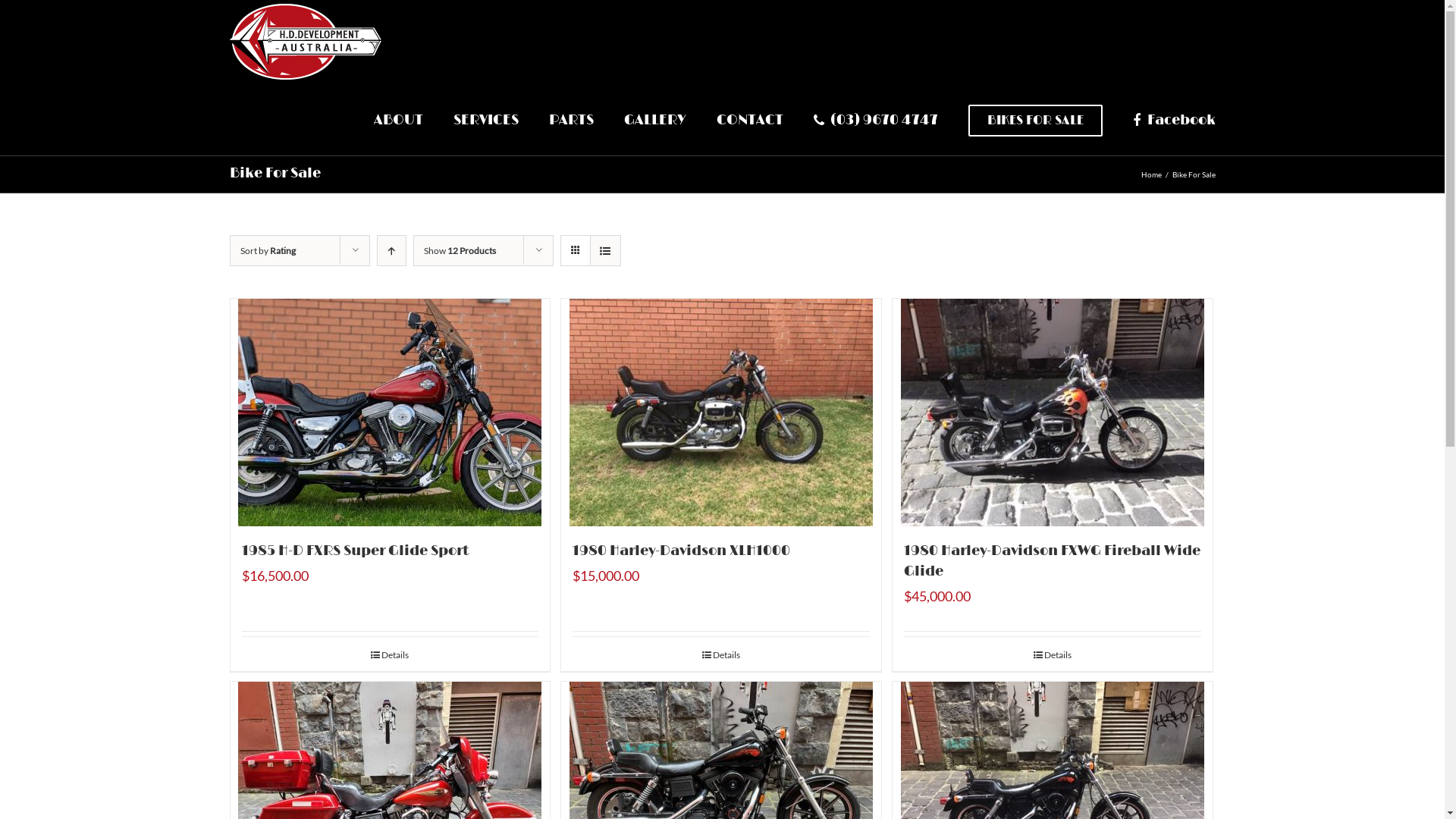  What do you see at coordinates (353, 551) in the screenshot?
I see `'1985 H-D FXRS Super Glide Sport'` at bounding box center [353, 551].